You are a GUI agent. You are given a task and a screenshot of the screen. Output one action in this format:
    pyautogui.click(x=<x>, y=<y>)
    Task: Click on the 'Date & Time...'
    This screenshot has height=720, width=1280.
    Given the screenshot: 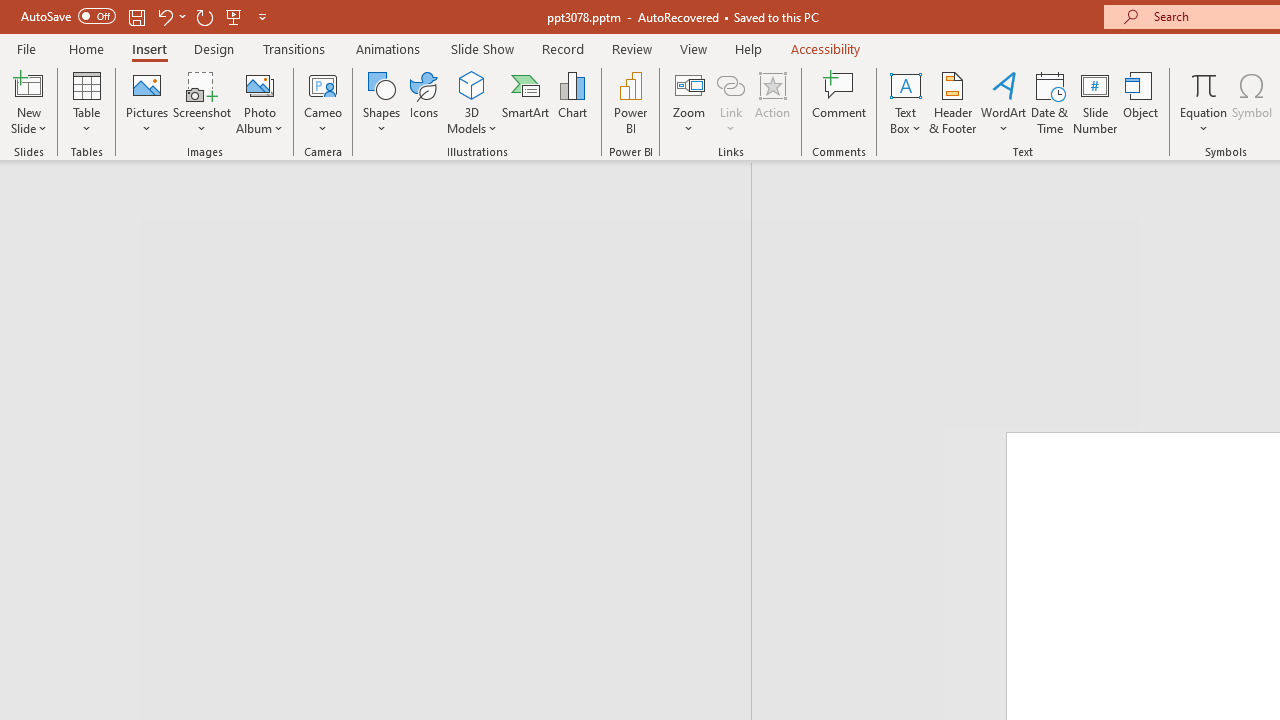 What is the action you would take?
    pyautogui.click(x=1049, y=103)
    